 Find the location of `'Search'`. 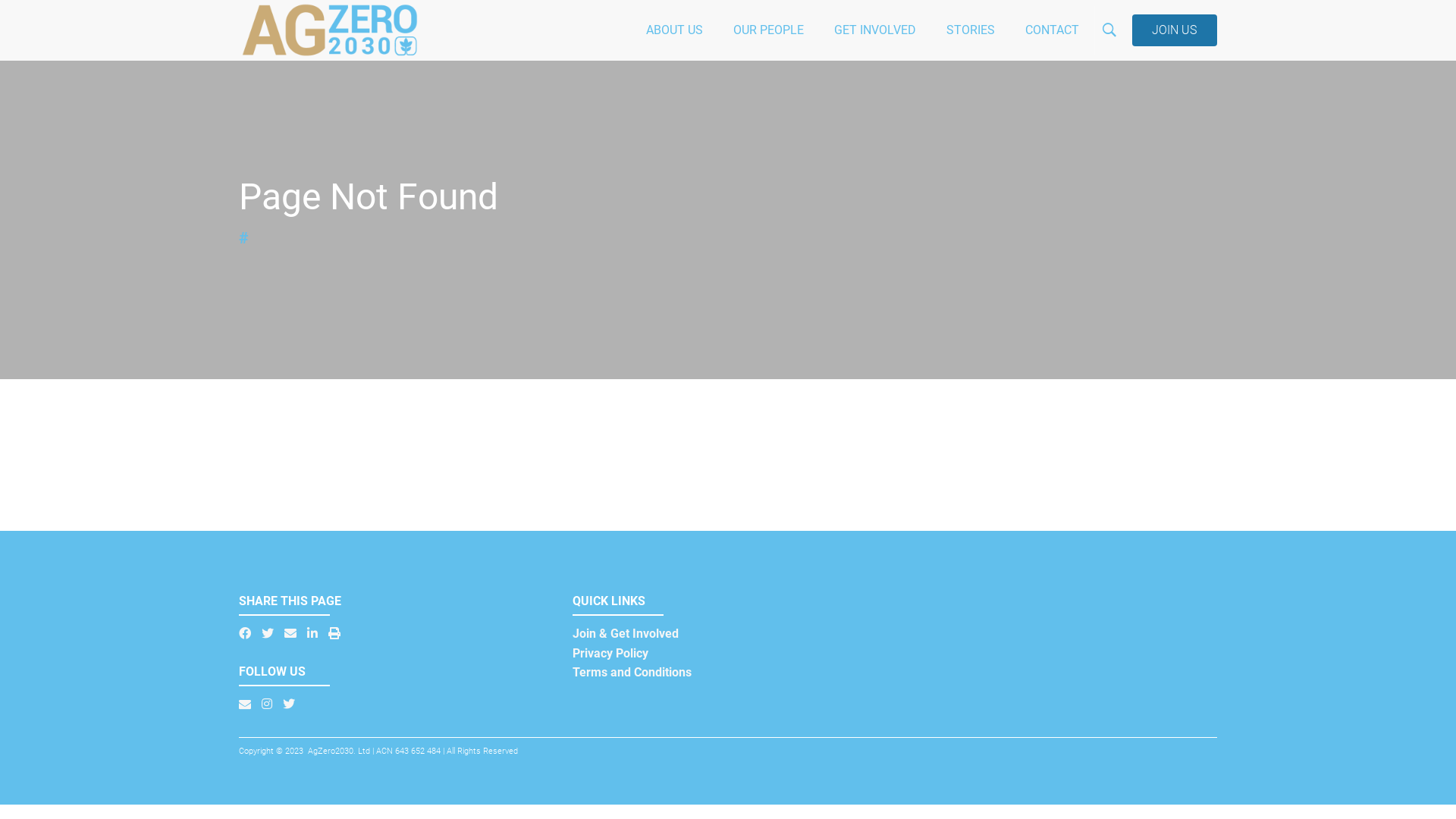

'Search' is located at coordinates (1182, 99).